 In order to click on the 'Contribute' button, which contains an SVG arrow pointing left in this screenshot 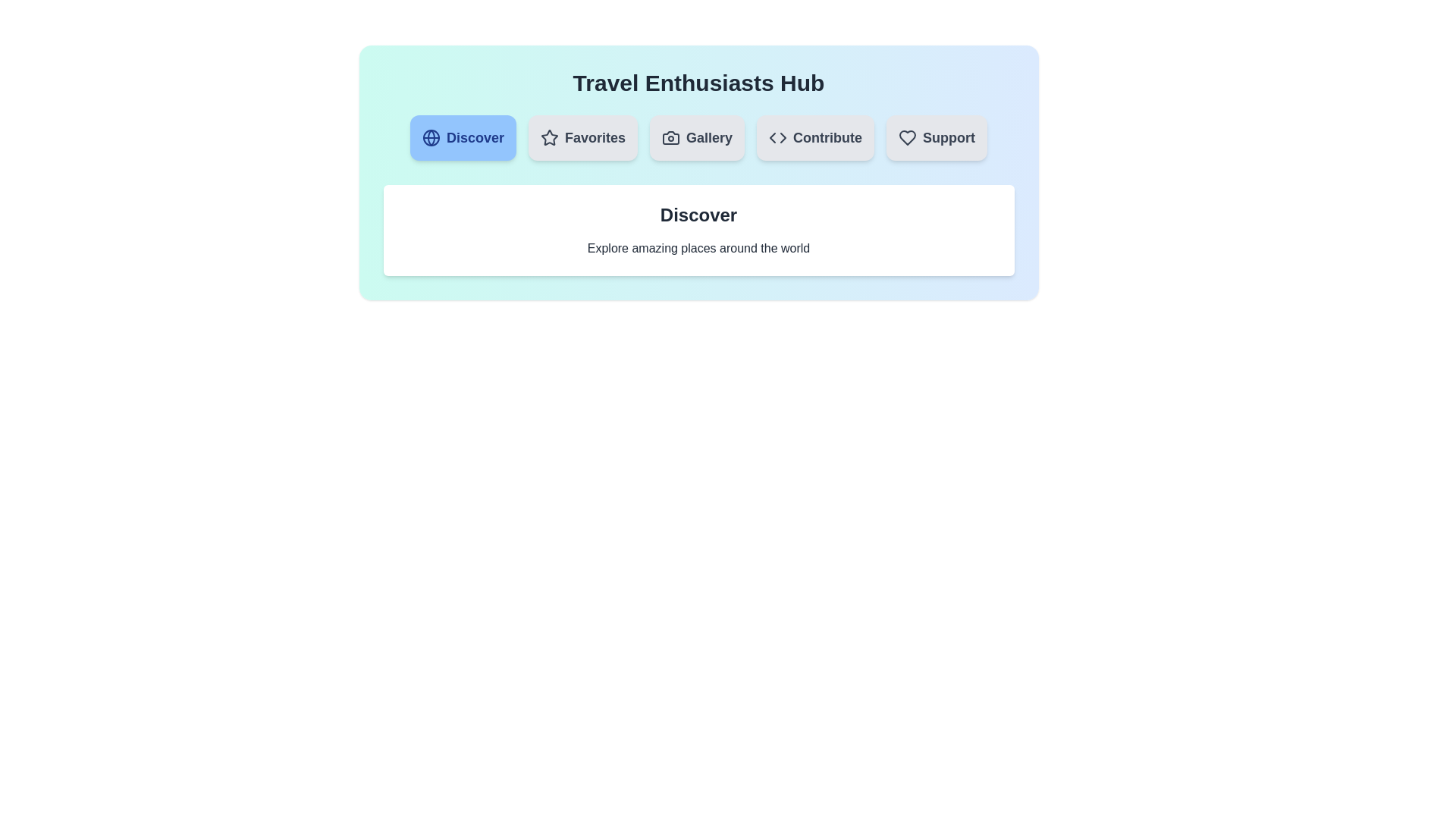, I will do `click(773, 137)`.